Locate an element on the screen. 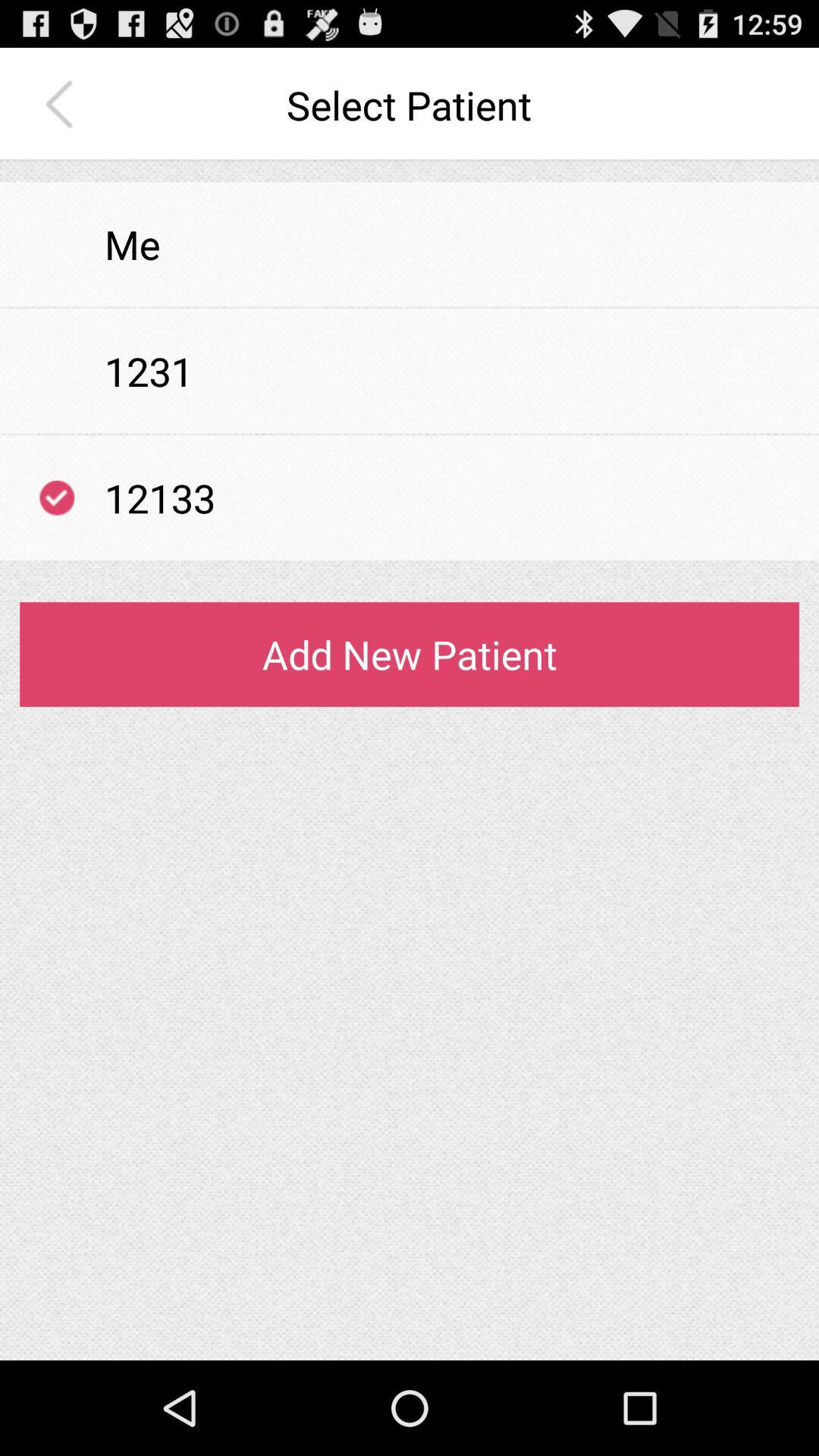 Image resolution: width=819 pixels, height=1456 pixels. app next to the 12133 icon is located at coordinates (56, 497).